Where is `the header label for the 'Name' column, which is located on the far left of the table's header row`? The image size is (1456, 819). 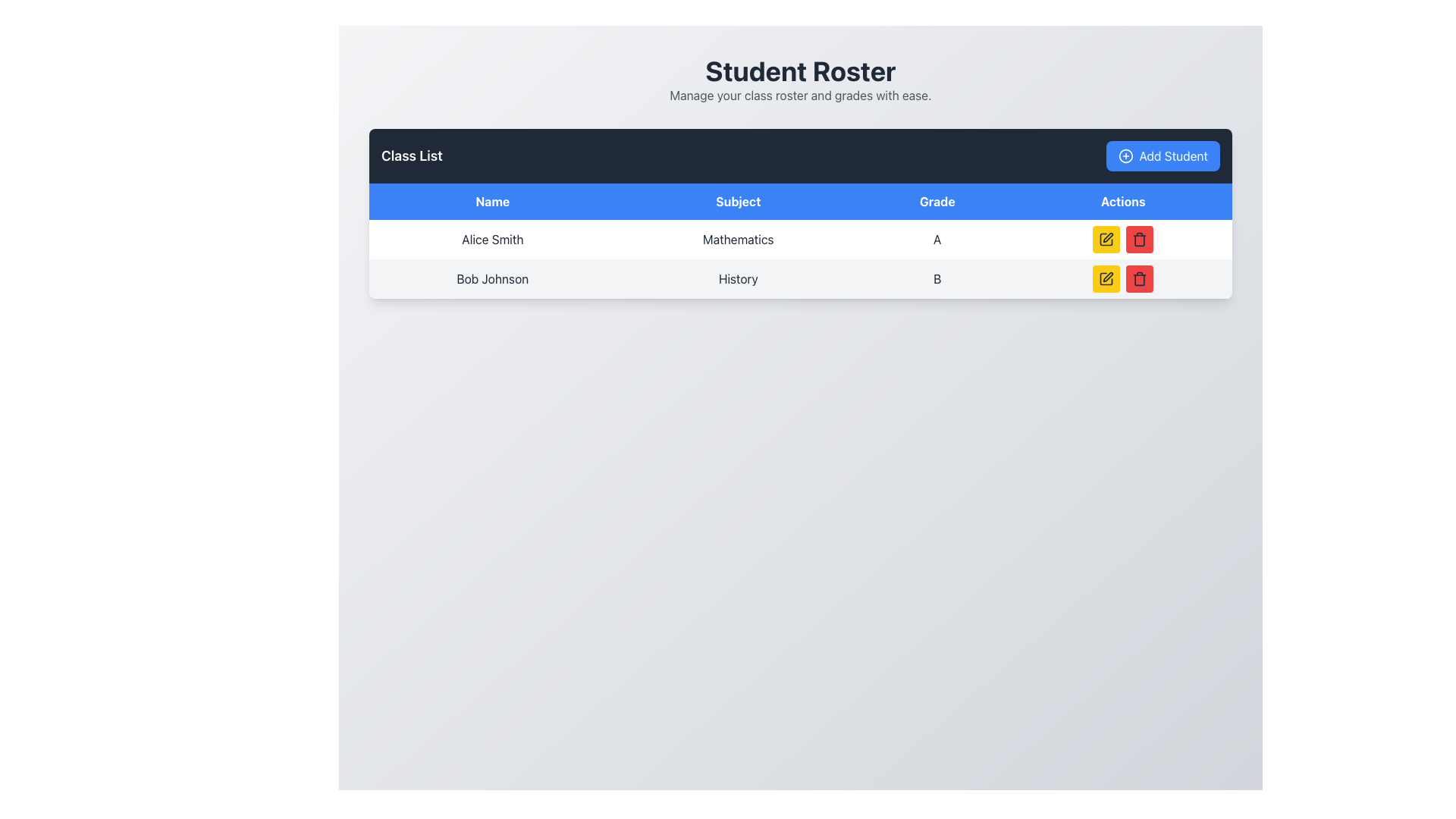
the header label for the 'Name' column, which is located on the far left of the table's header row is located at coordinates (492, 201).